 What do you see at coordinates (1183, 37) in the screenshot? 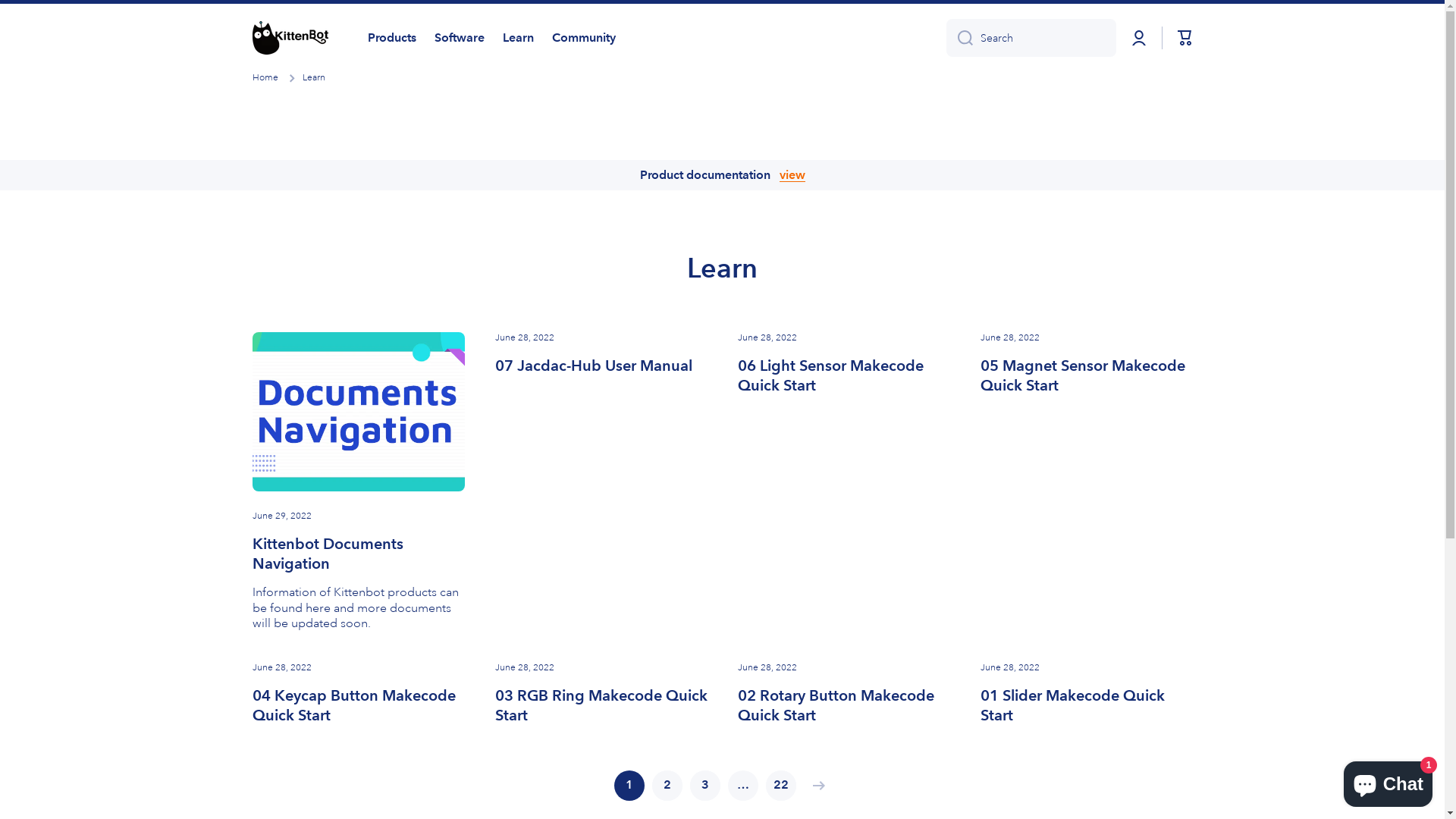
I see `'Cart'` at bounding box center [1183, 37].